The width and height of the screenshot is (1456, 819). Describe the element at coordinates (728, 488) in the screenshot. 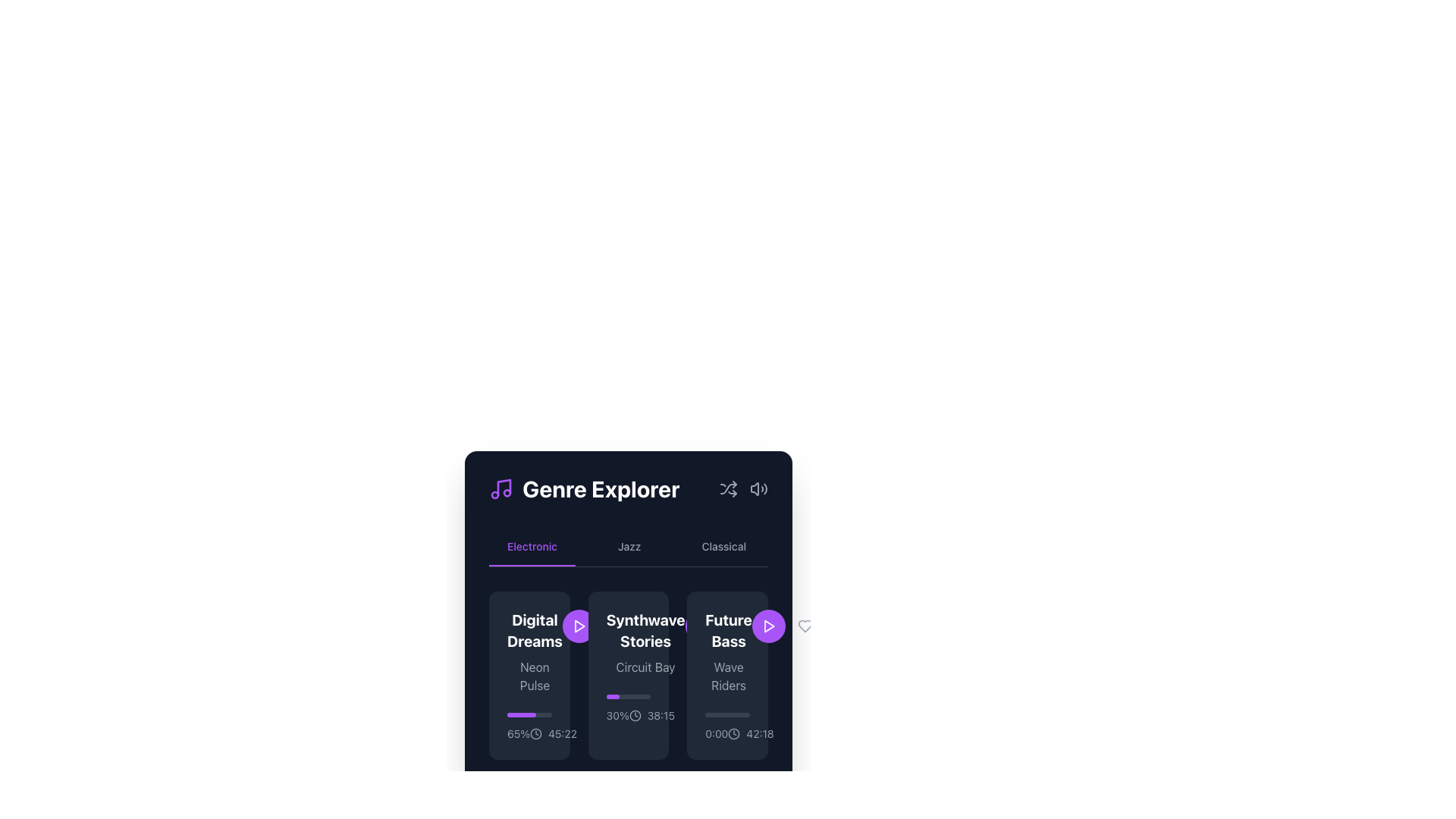

I see `the shuffle icon button, which is represented as two intertwined arrows, to observe the color change from gray to purple` at that location.